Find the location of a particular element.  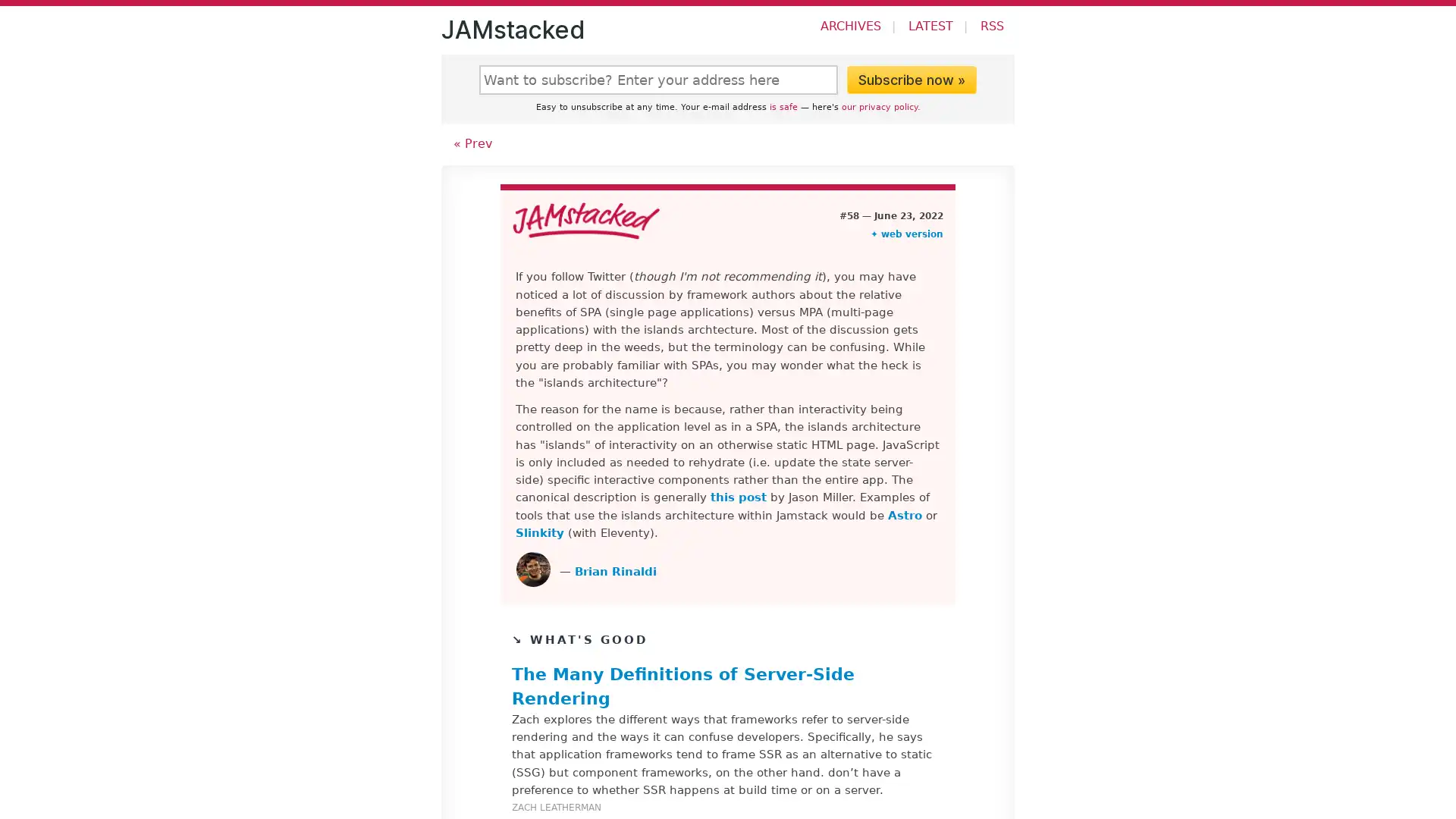

Subscribe now is located at coordinates (911, 80).